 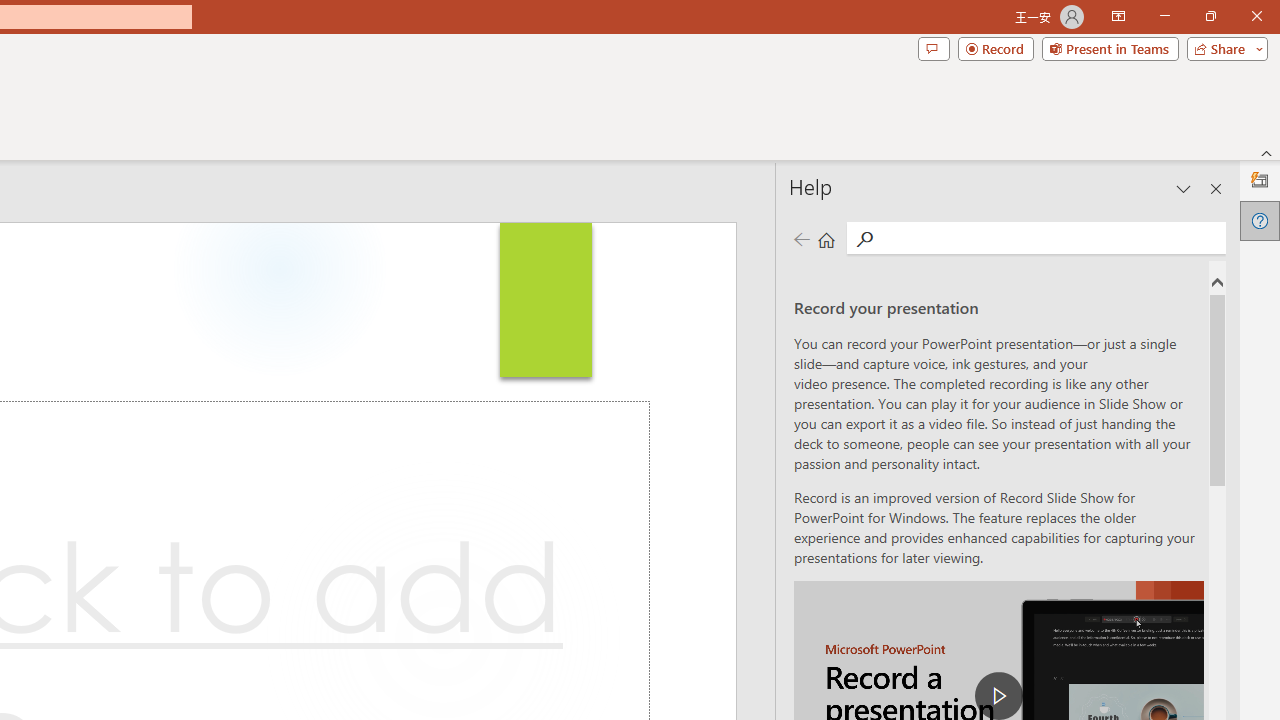 I want to click on 'Close', so click(x=1255, y=16).